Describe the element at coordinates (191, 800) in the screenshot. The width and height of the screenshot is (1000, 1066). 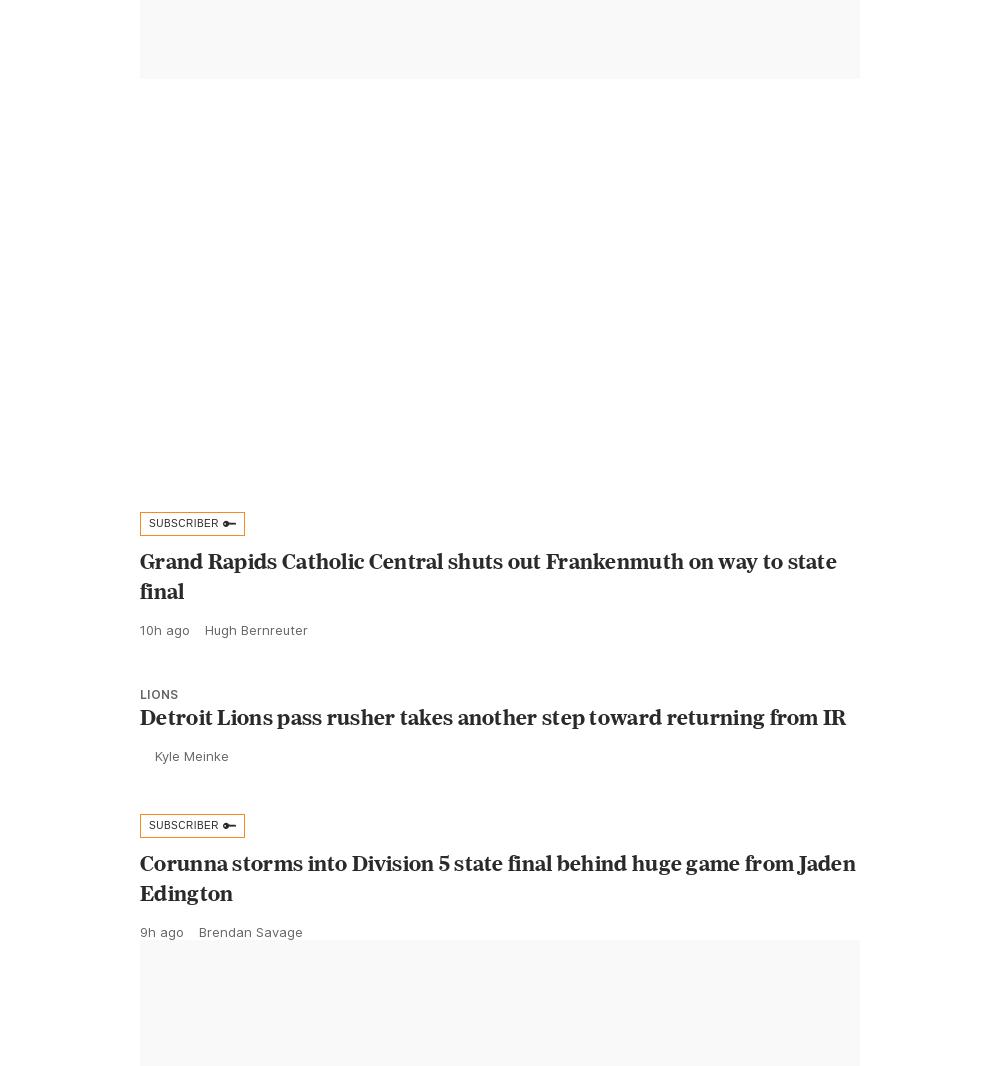
I see `'Kyle Meinke'` at that location.